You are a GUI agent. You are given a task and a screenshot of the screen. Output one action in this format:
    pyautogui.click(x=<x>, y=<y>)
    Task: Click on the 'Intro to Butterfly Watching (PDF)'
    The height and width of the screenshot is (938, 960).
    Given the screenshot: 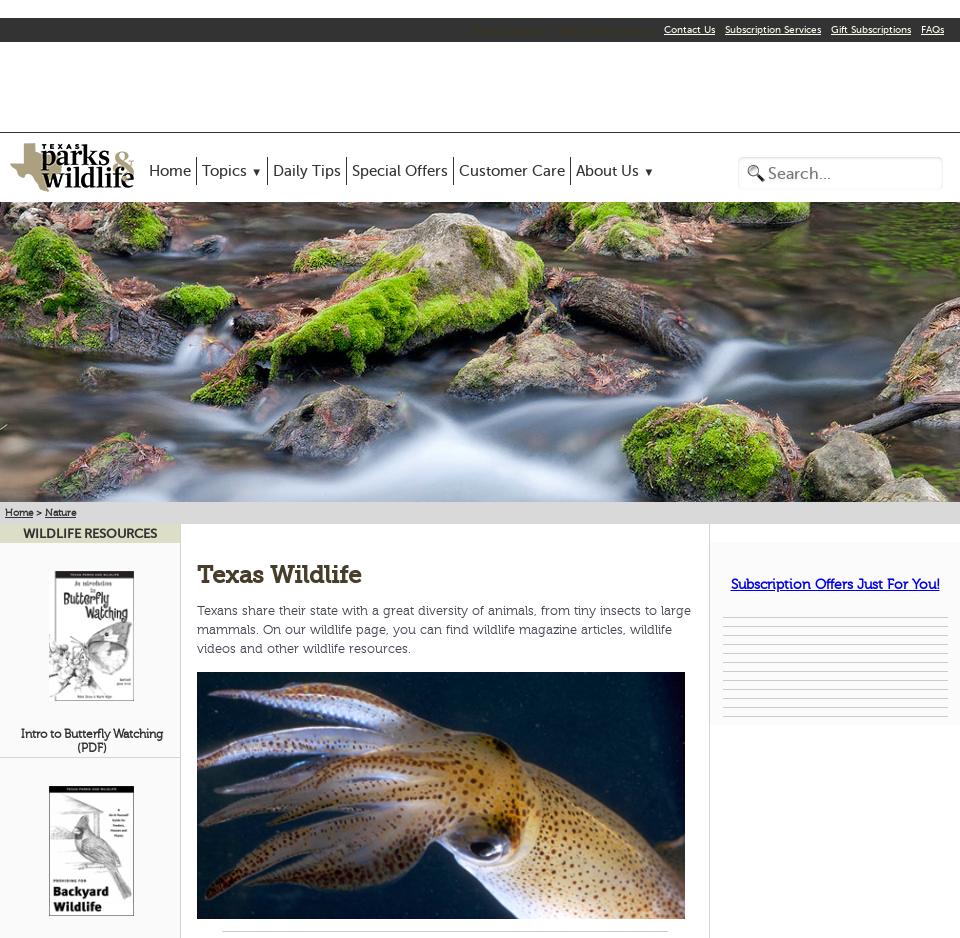 What is the action you would take?
    pyautogui.click(x=18, y=739)
    